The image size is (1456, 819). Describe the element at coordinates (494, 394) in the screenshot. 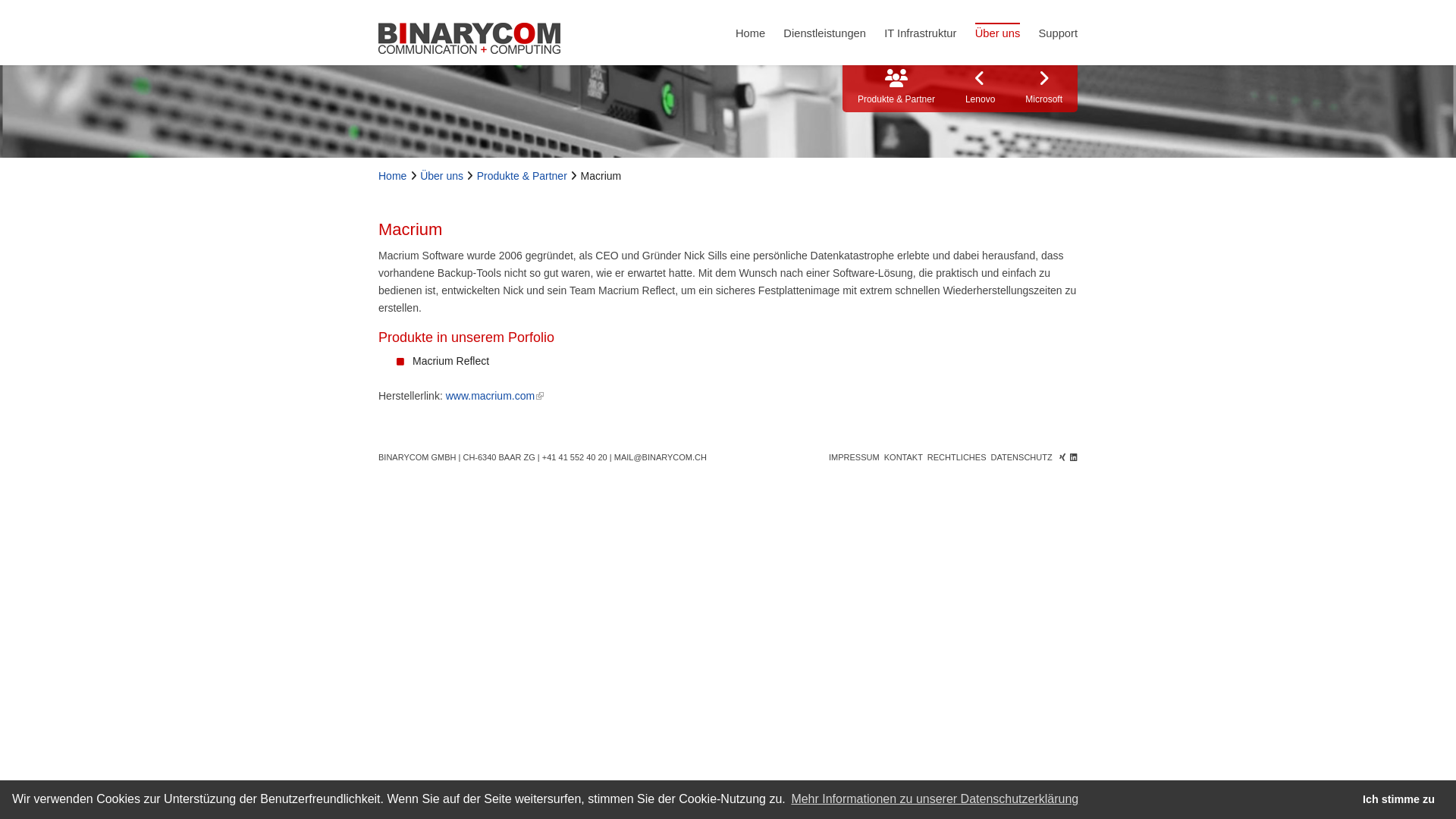

I see `'www.macrium.com'` at that location.